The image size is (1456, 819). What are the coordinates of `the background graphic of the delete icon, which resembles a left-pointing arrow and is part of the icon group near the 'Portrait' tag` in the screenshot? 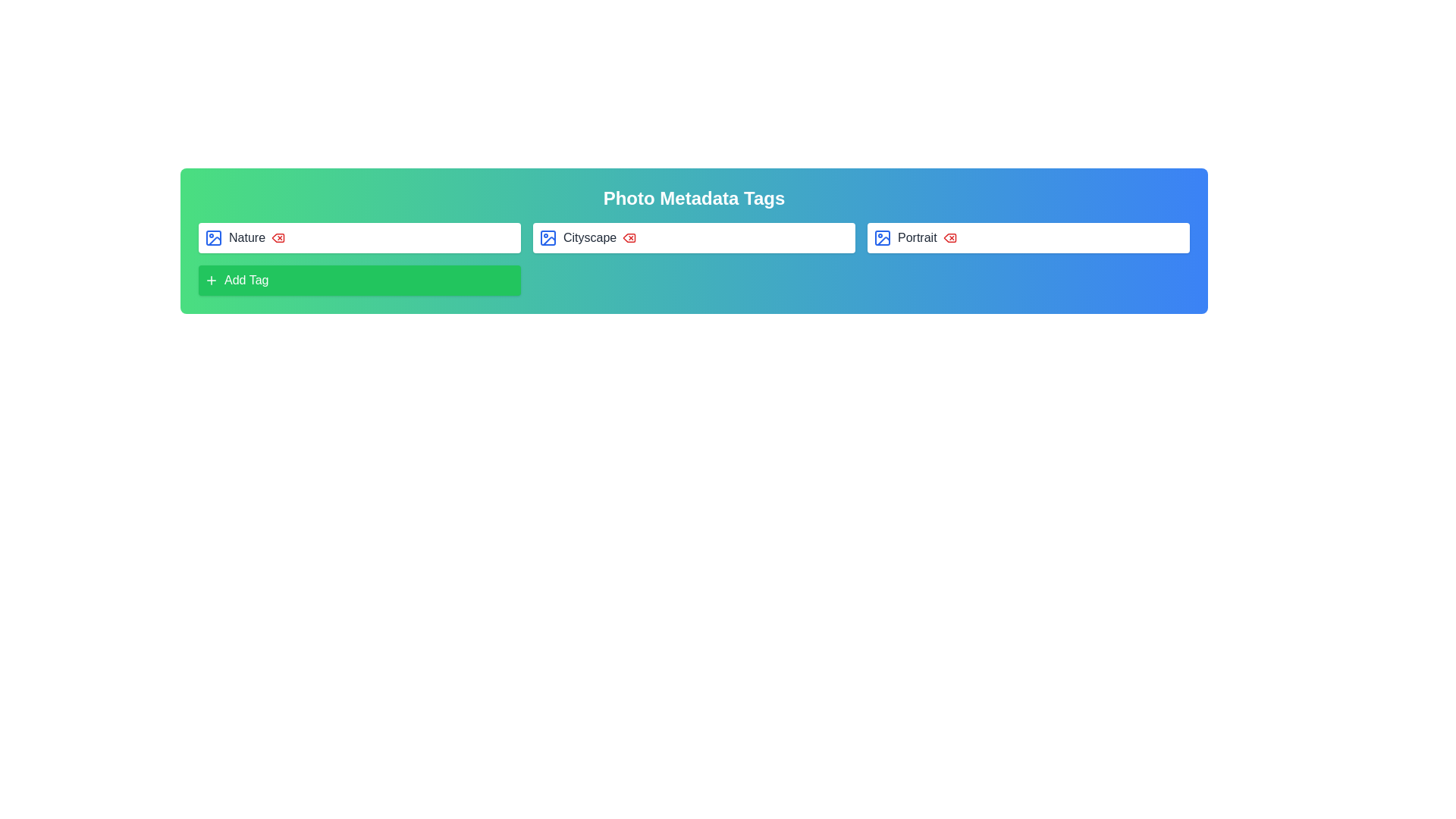 It's located at (949, 237).